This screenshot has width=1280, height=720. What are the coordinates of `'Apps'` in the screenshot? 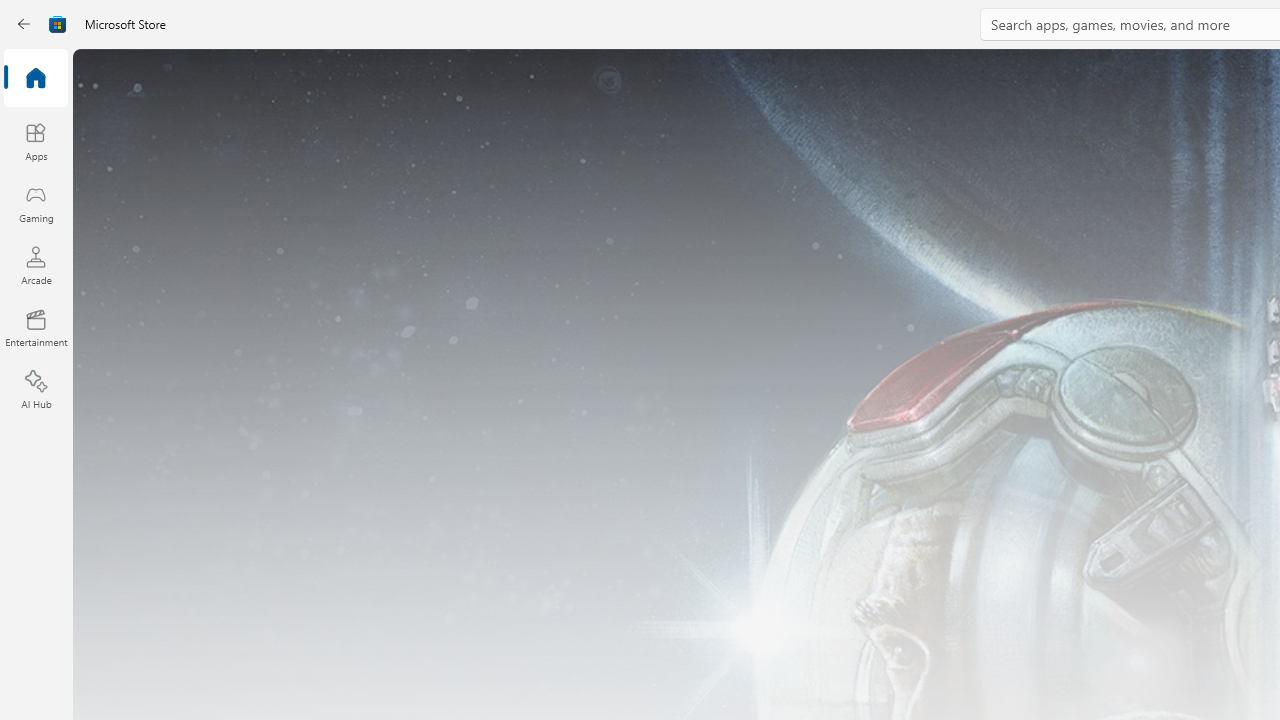 It's located at (35, 140).